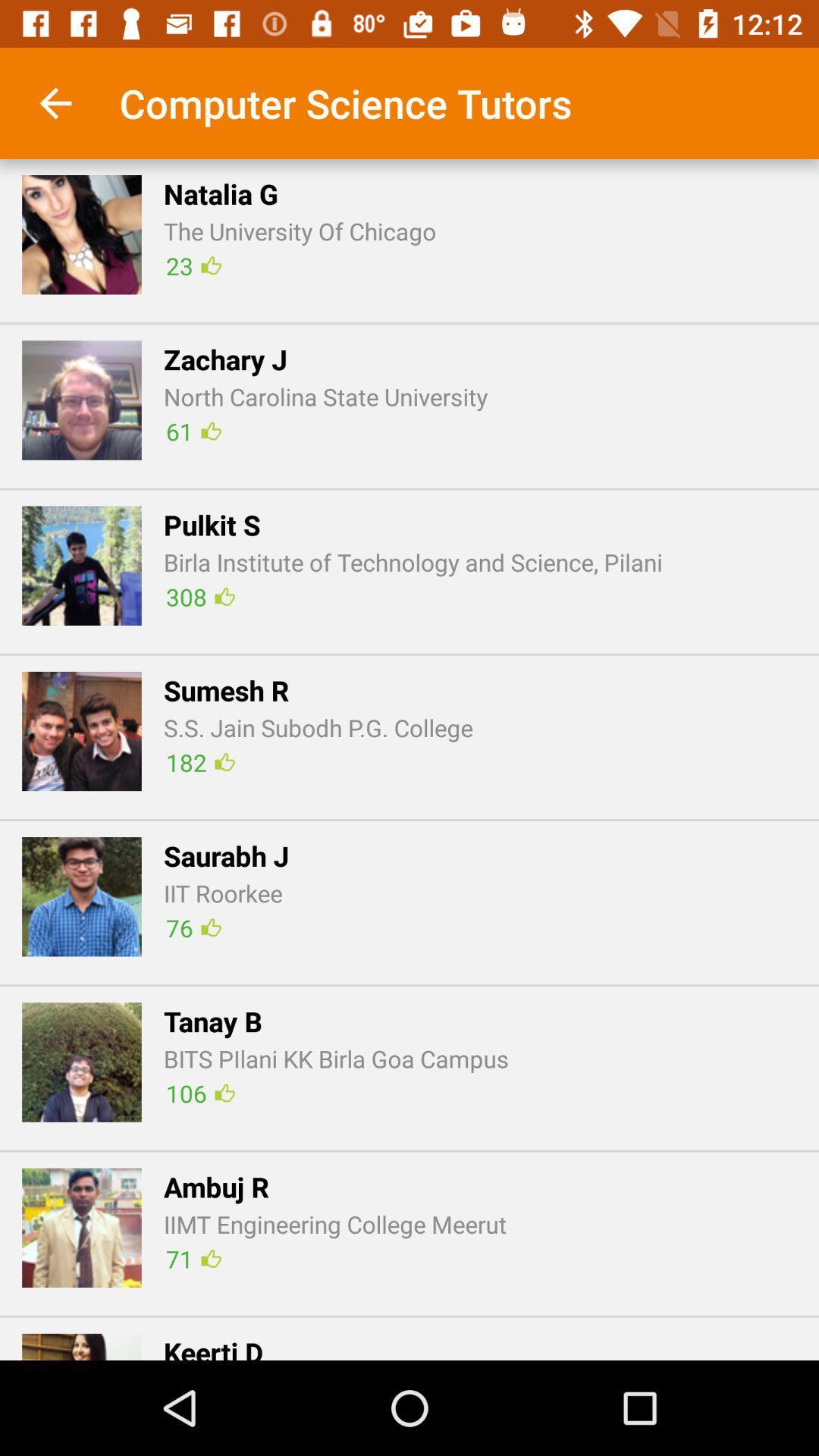  I want to click on the icon to the left of the computer science tutors, so click(55, 102).